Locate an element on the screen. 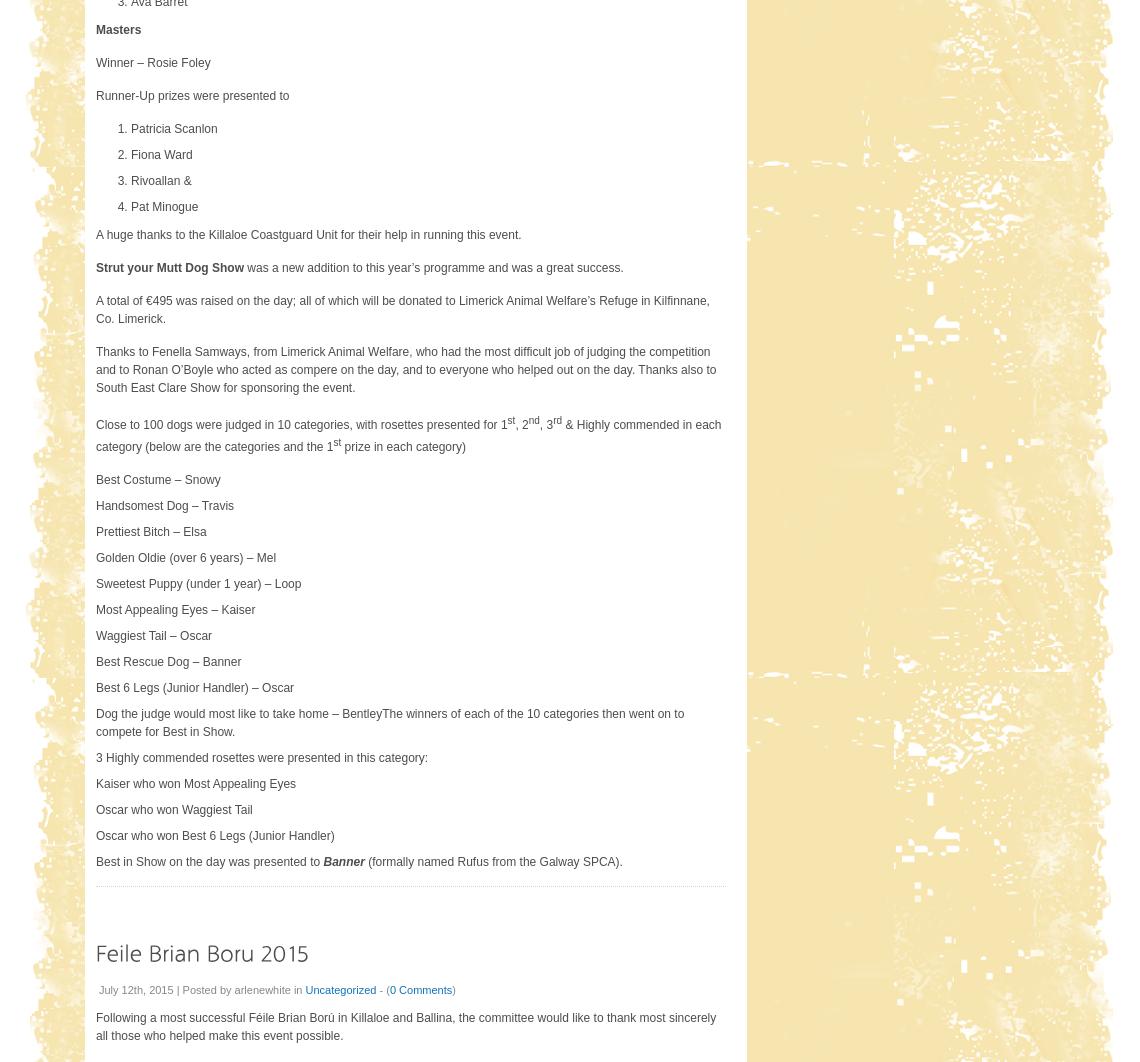 This screenshot has width=1140, height=1062. 'Handsomest Dog – Travis' is located at coordinates (164, 503).